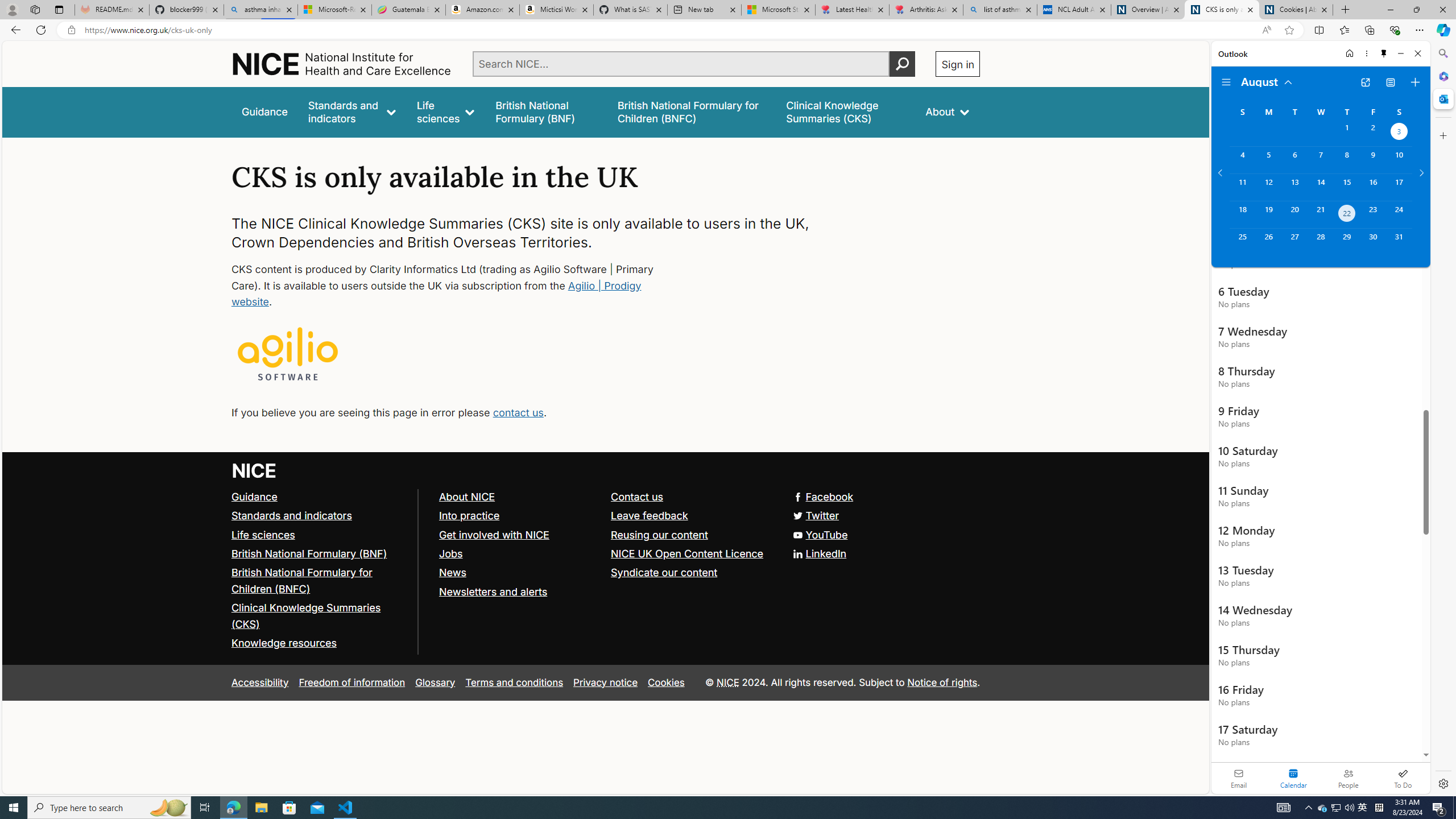 This screenshot has height=819, width=1456. What do you see at coordinates (659, 533) in the screenshot?
I see `'Reusing our content'` at bounding box center [659, 533].